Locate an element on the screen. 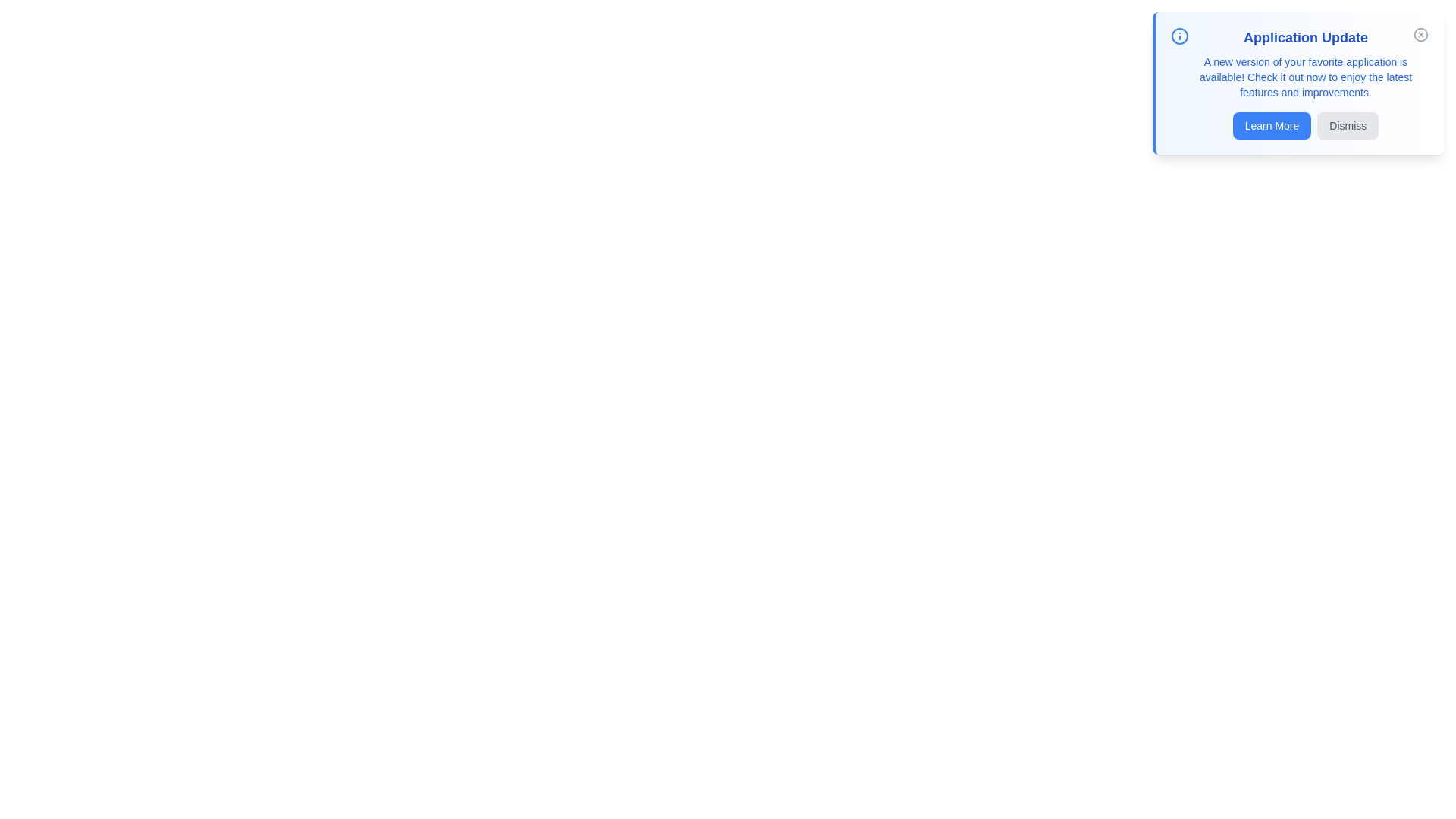  the Dismiss button to observe its hover effect is located at coordinates (1348, 124).